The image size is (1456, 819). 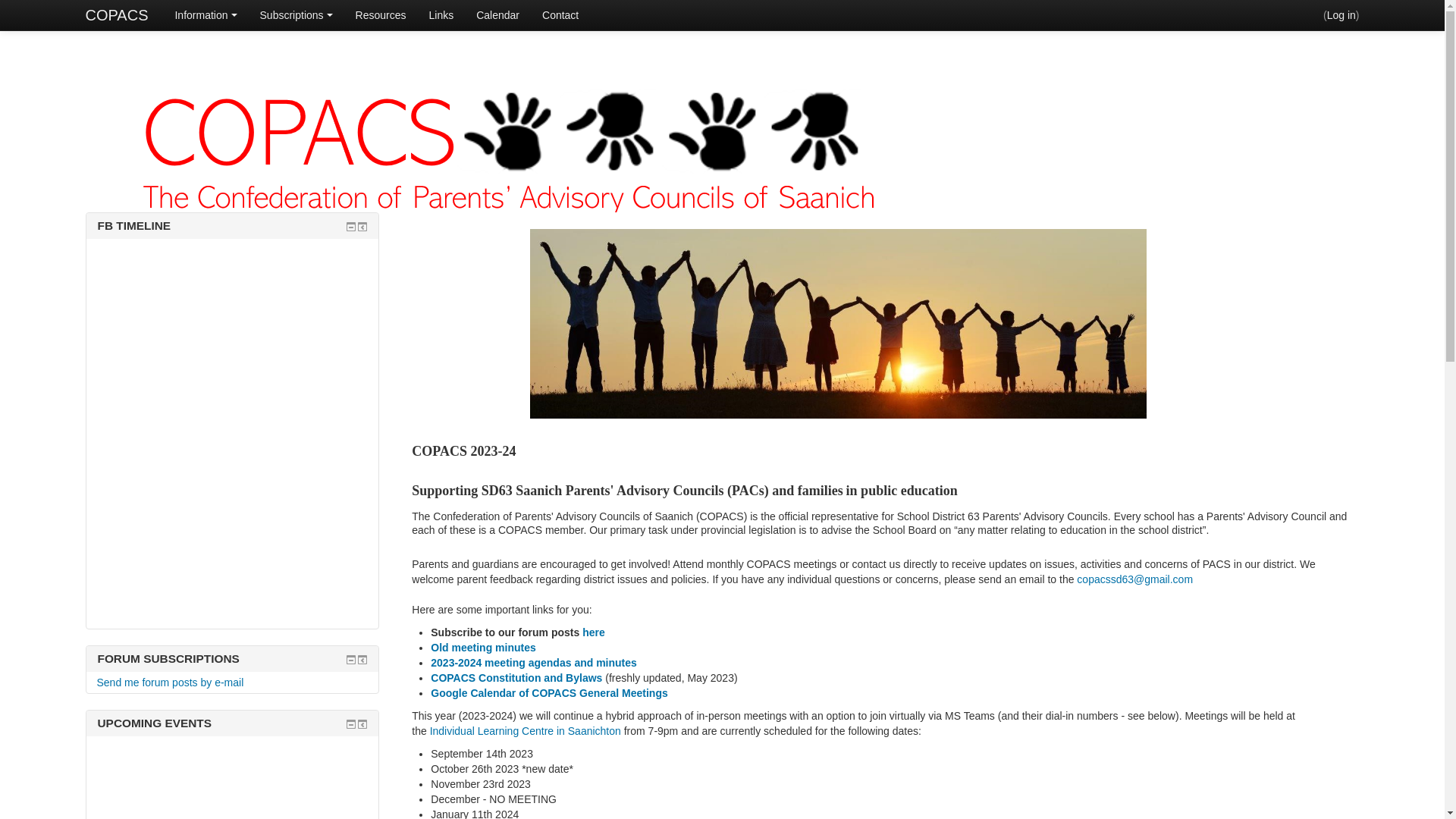 What do you see at coordinates (344, 14) in the screenshot?
I see `'Resources'` at bounding box center [344, 14].